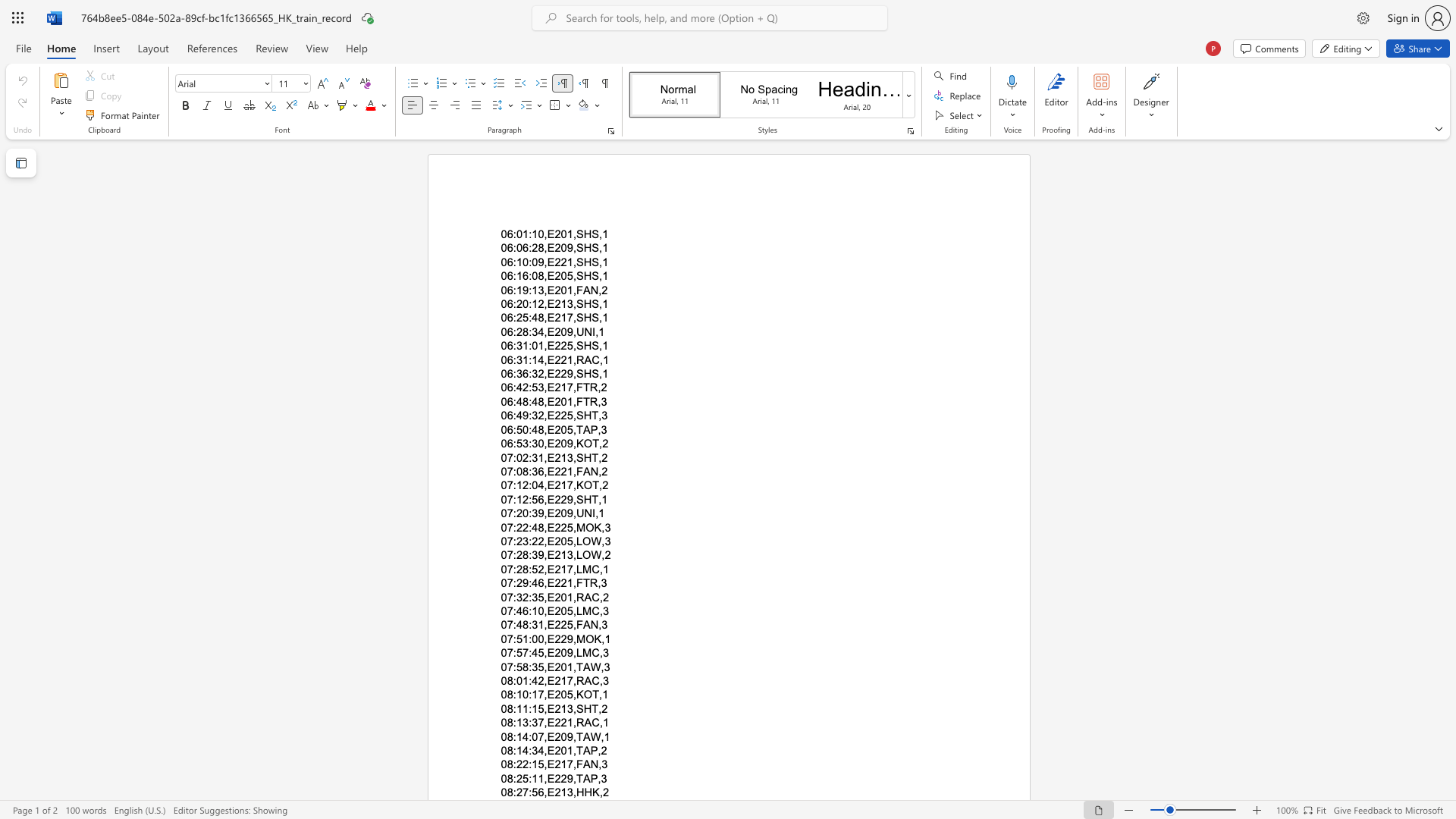 Image resolution: width=1456 pixels, height=819 pixels. What do you see at coordinates (513, 596) in the screenshot?
I see `the subset text ":32:35,E201,RAC" within the text "07:32:35,E201,RAC,2"` at bounding box center [513, 596].